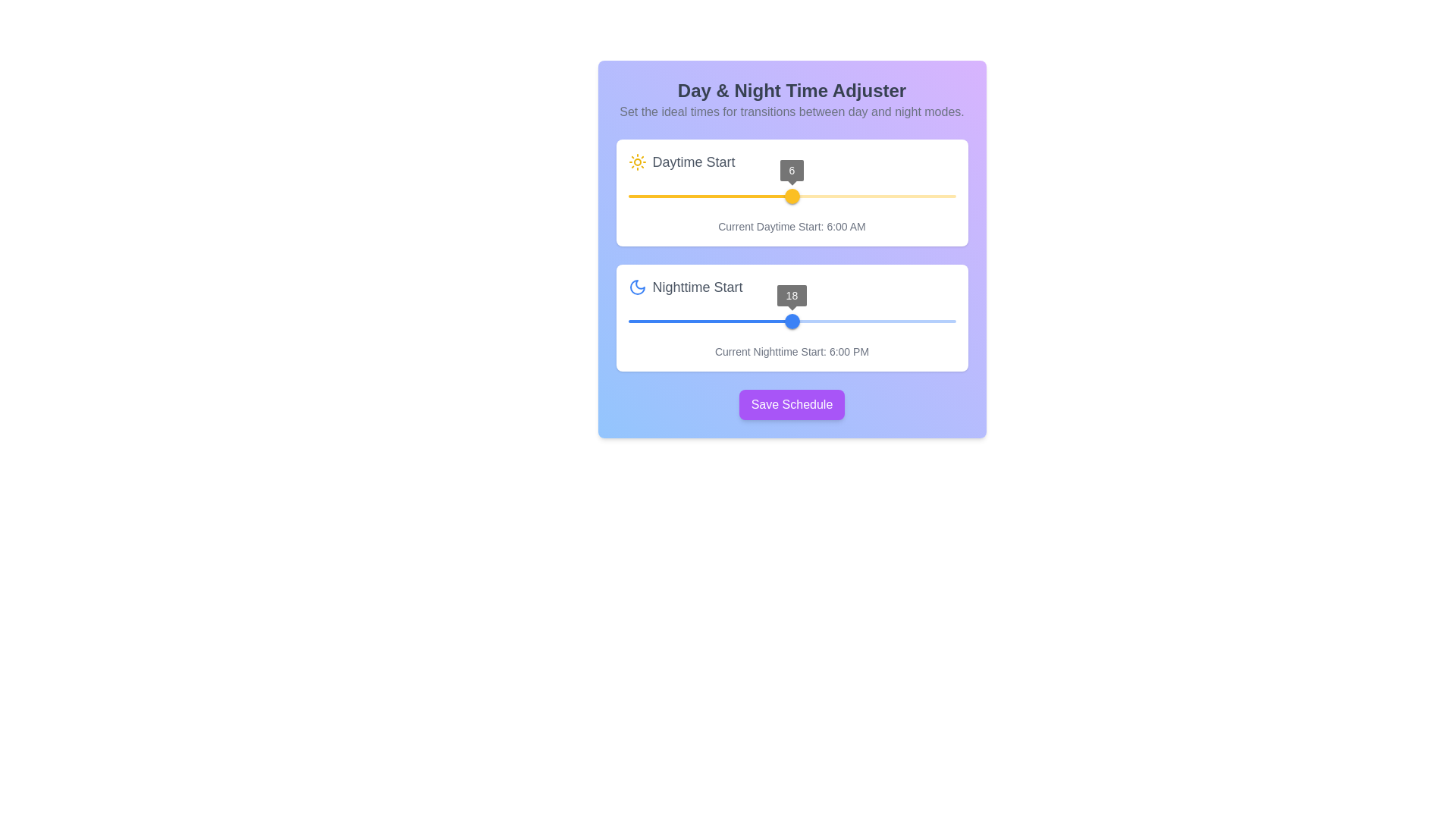  Describe the element at coordinates (791, 99) in the screenshot. I see `header text element located at the top of the interface that provides context for adjusting day and night settings` at that location.